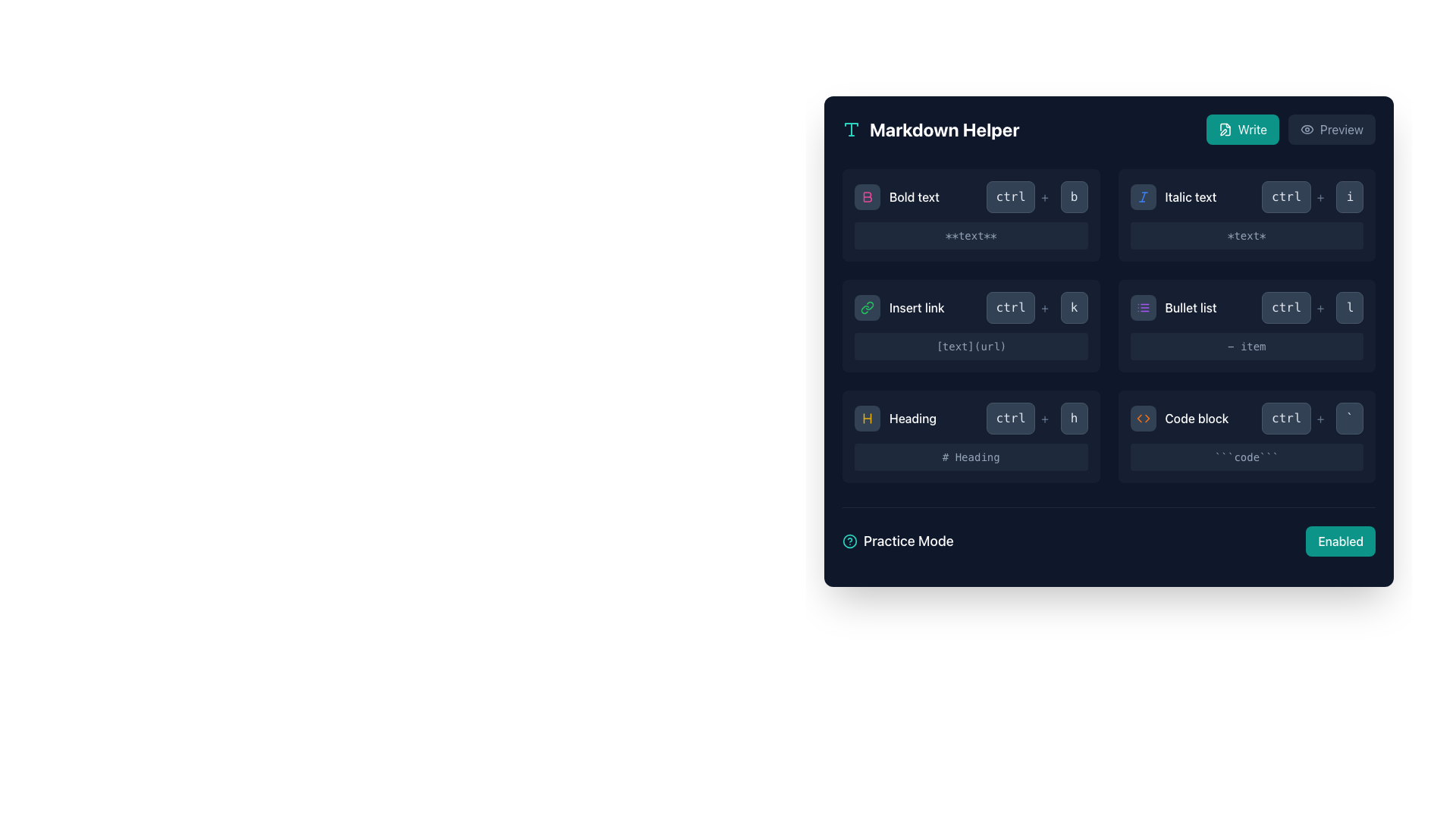 This screenshot has width=1456, height=819. I want to click on the keyboard shortcut indication element displaying 'ctrl + b', so click(1036, 196).